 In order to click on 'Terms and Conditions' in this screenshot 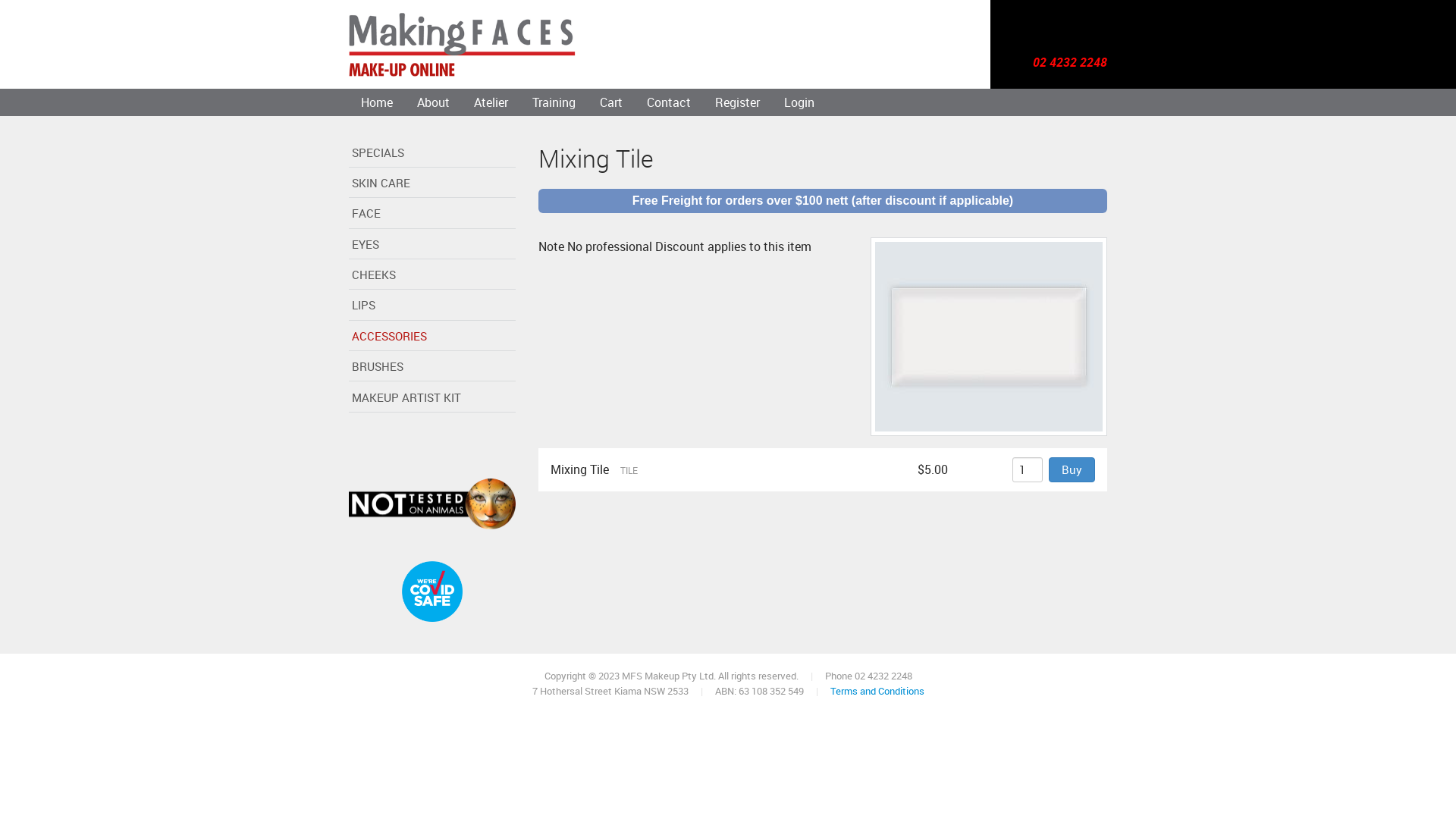, I will do `click(877, 690)`.